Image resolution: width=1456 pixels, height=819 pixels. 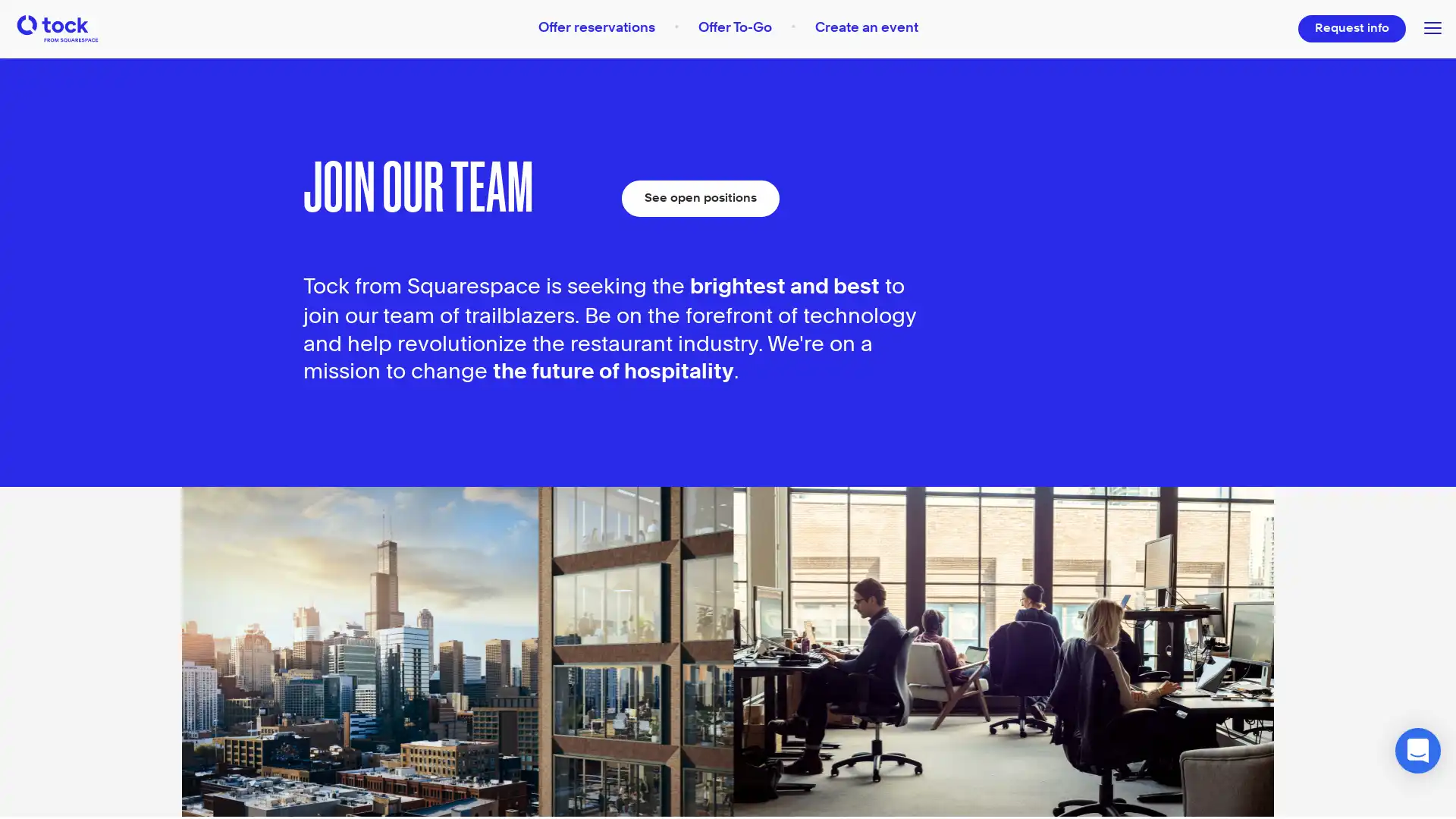 I want to click on Open Intercom Messenger, so click(x=1417, y=751).